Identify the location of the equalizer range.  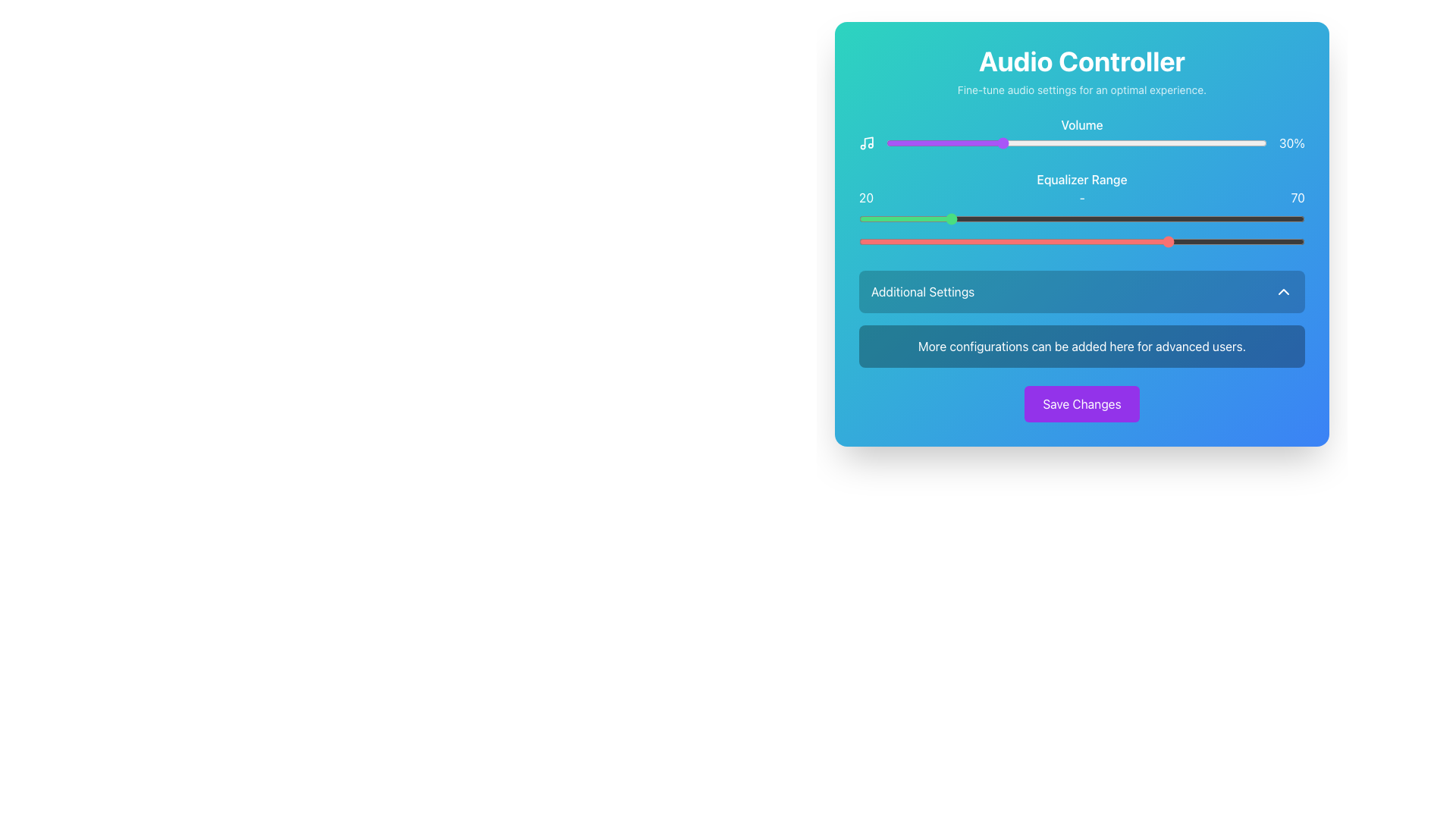
(934, 241).